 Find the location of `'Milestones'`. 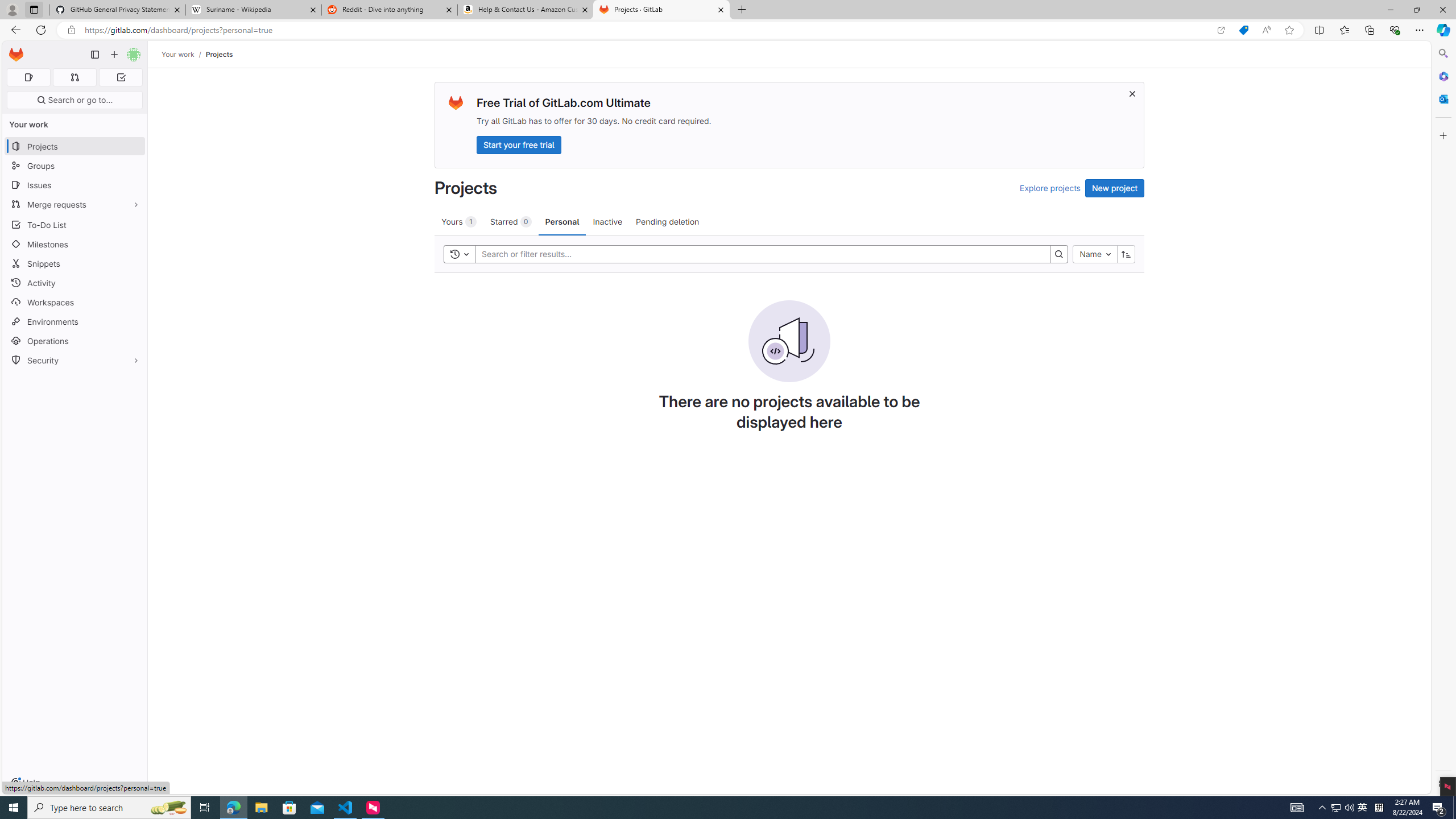

'Milestones' is located at coordinates (74, 243).